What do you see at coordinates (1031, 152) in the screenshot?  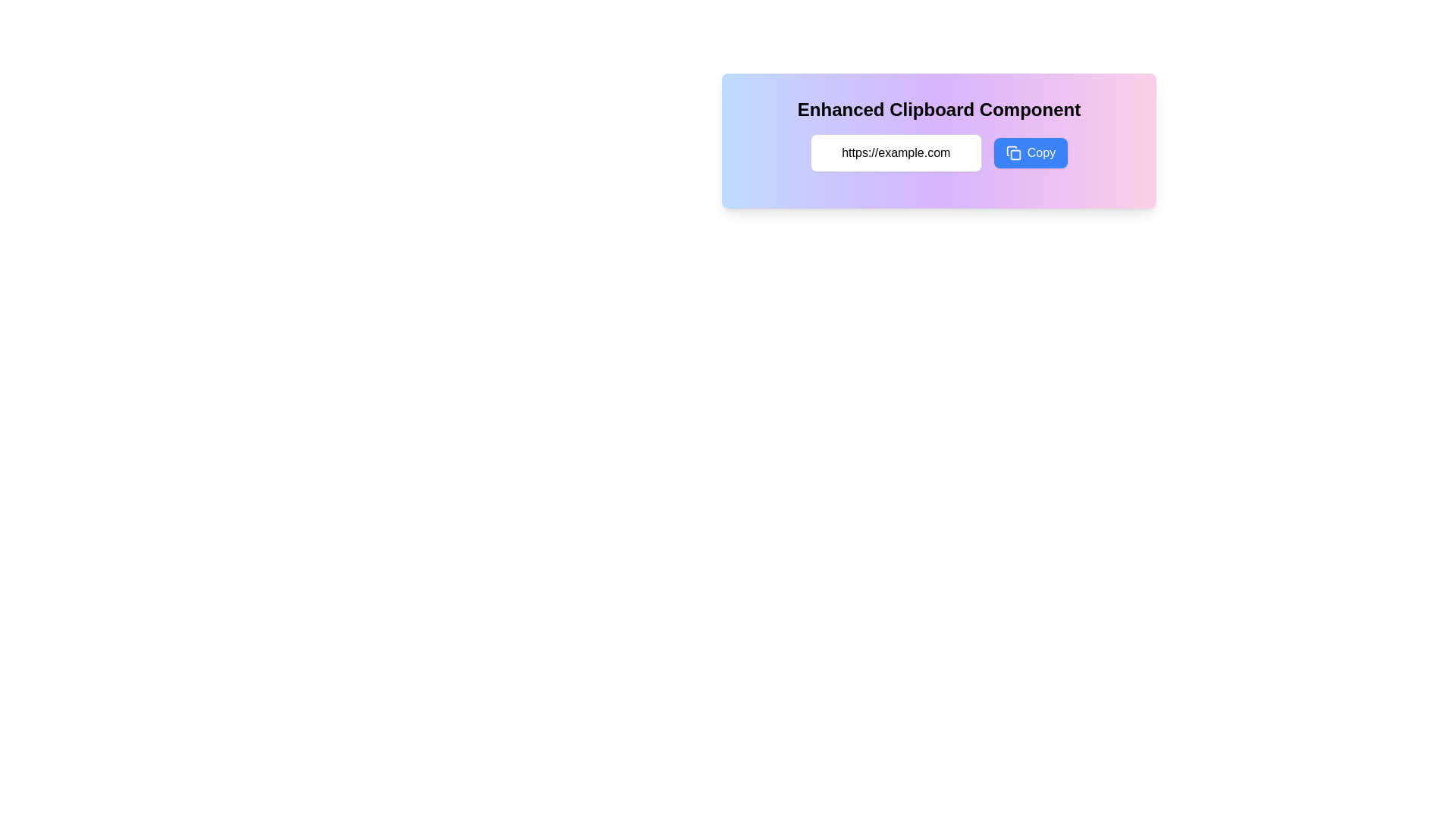 I see `the blue 'Copy' button located to the right of the URL input field to copy the URL` at bounding box center [1031, 152].